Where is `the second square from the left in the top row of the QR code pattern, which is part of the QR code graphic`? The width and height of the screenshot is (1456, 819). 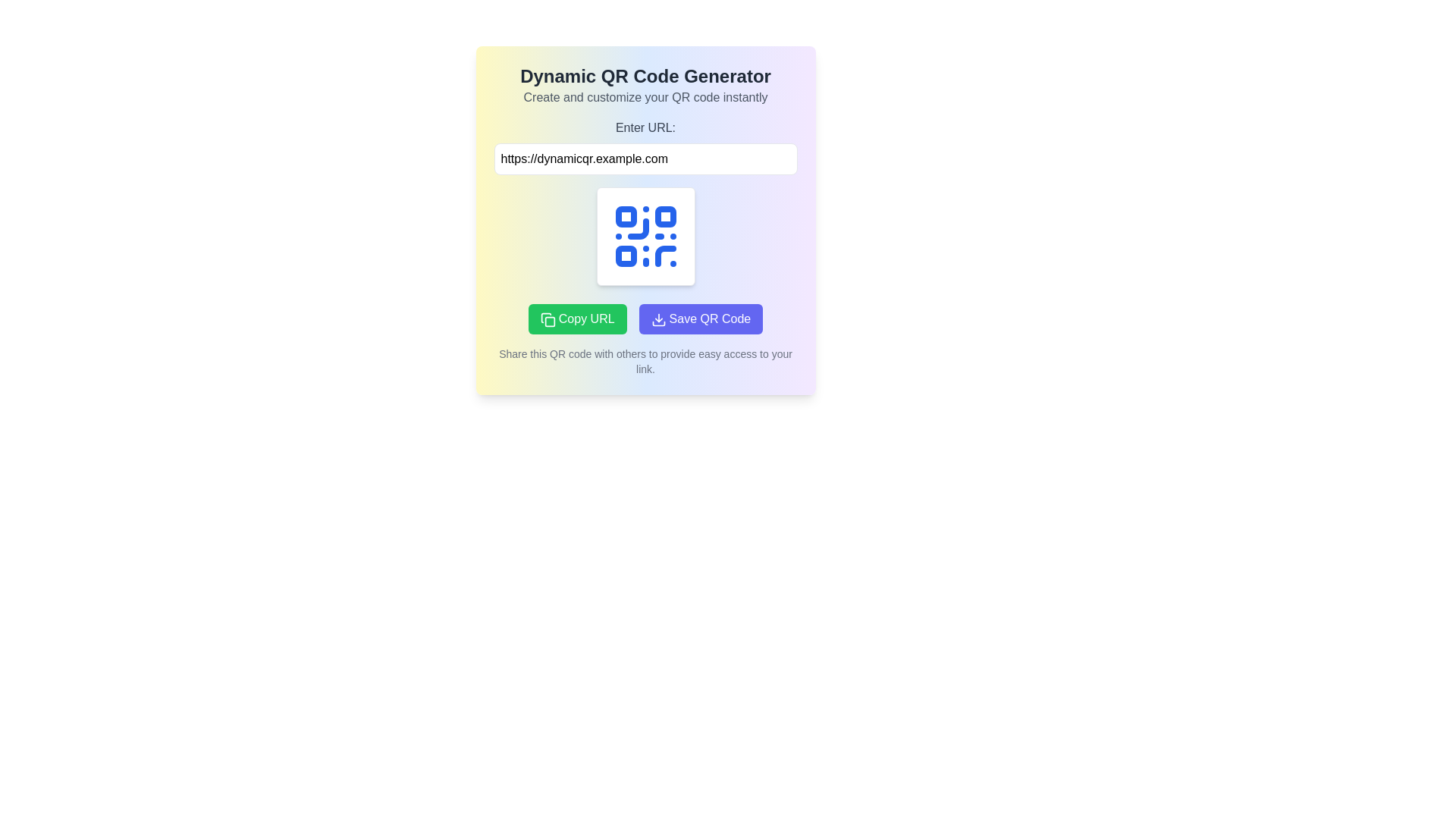
the second square from the left in the top row of the QR code pattern, which is part of the QR code graphic is located at coordinates (665, 216).